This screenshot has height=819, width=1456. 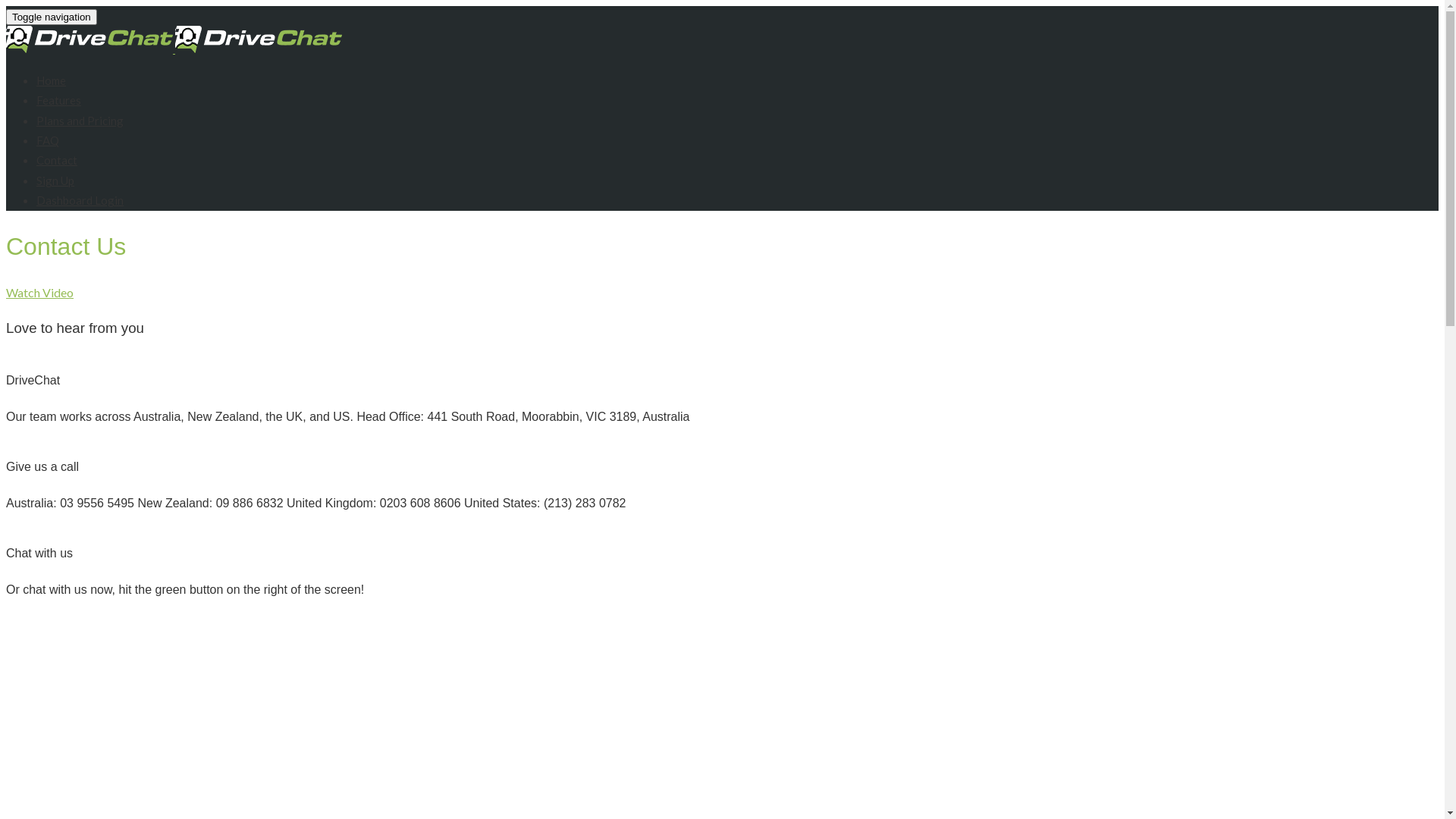 I want to click on 'Contact', so click(x=36, y=160).